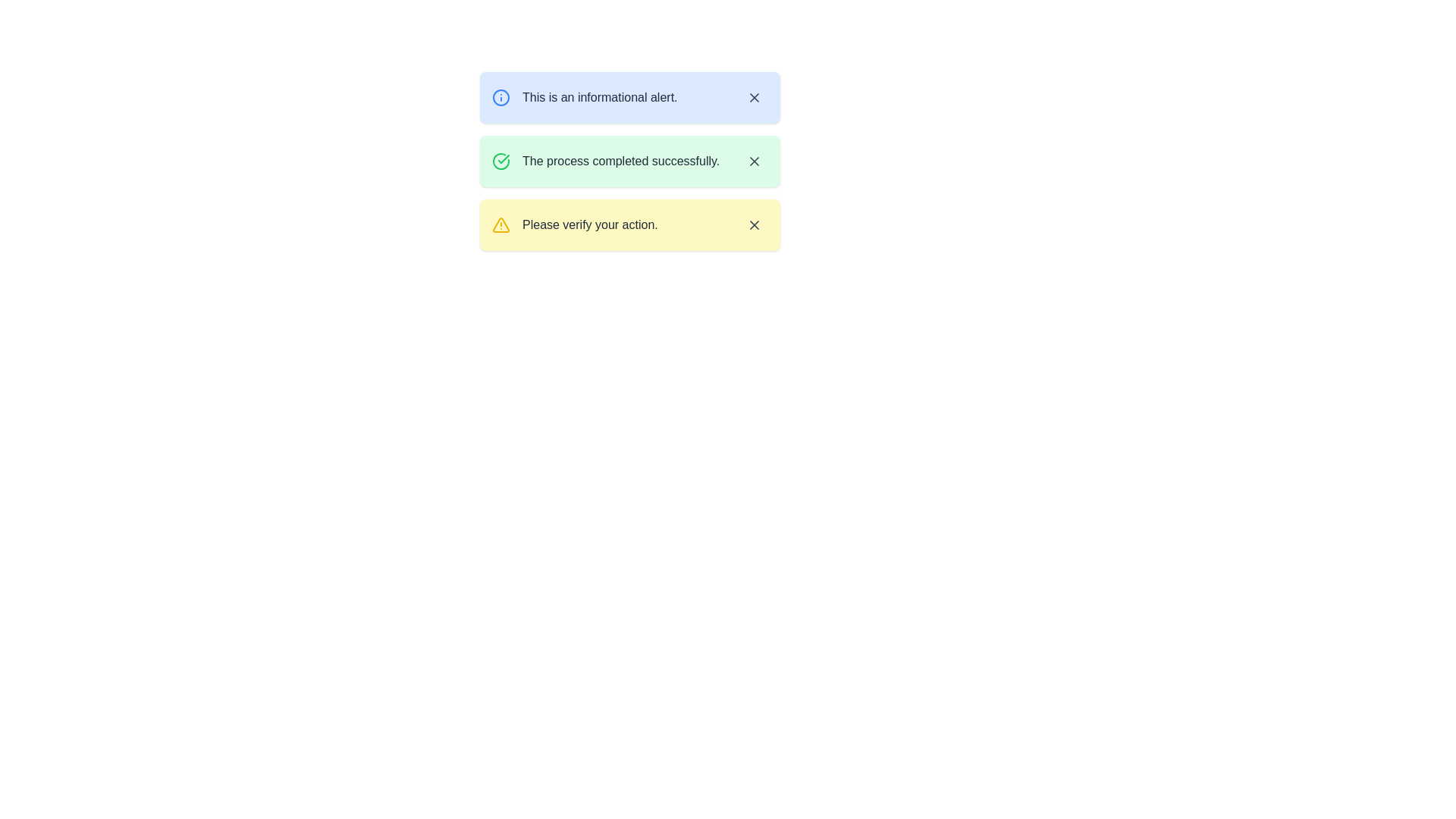 The width and height of the screenshot is (1456, 819). What do you see at coordinates (501, 225) in the screenshot?
I see `the warning icon in the third notification card, which serves as a visual indicator for warning messages` at bounding box center [501, 225].